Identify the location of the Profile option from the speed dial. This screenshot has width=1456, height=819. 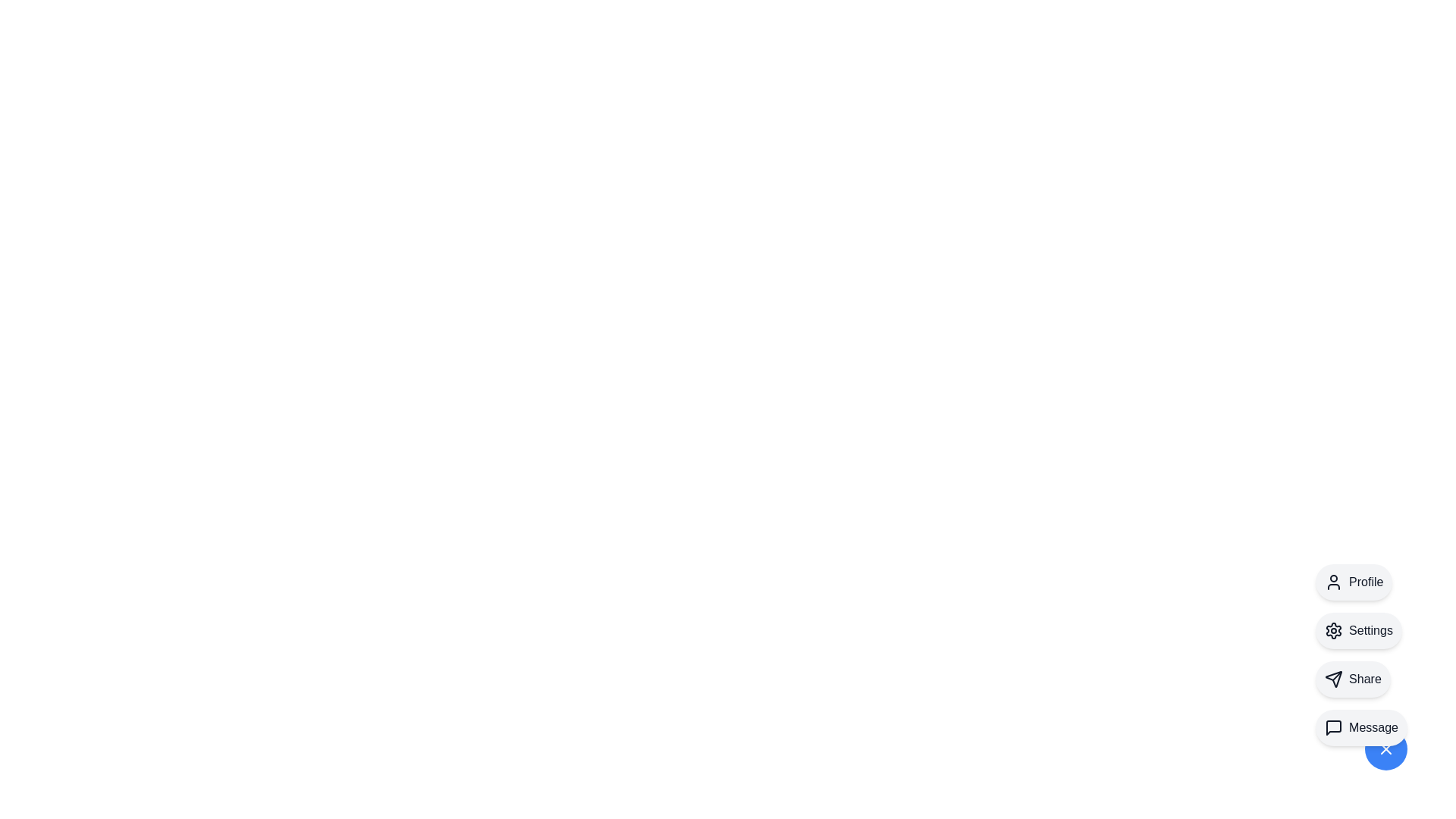
(1354, 581).